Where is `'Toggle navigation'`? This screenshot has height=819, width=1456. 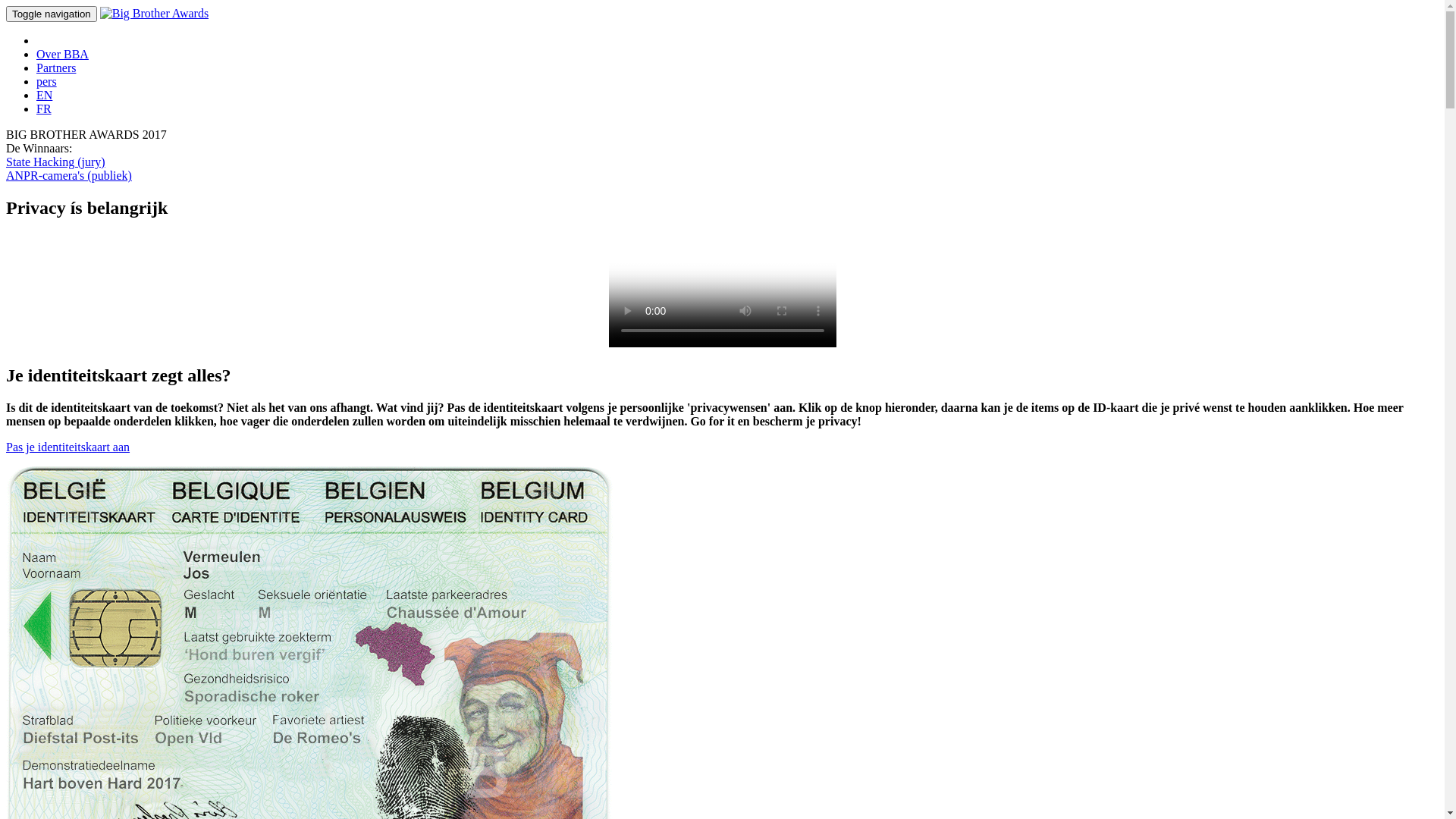 'Toggle navigation' is located at coordinates (51, 14).